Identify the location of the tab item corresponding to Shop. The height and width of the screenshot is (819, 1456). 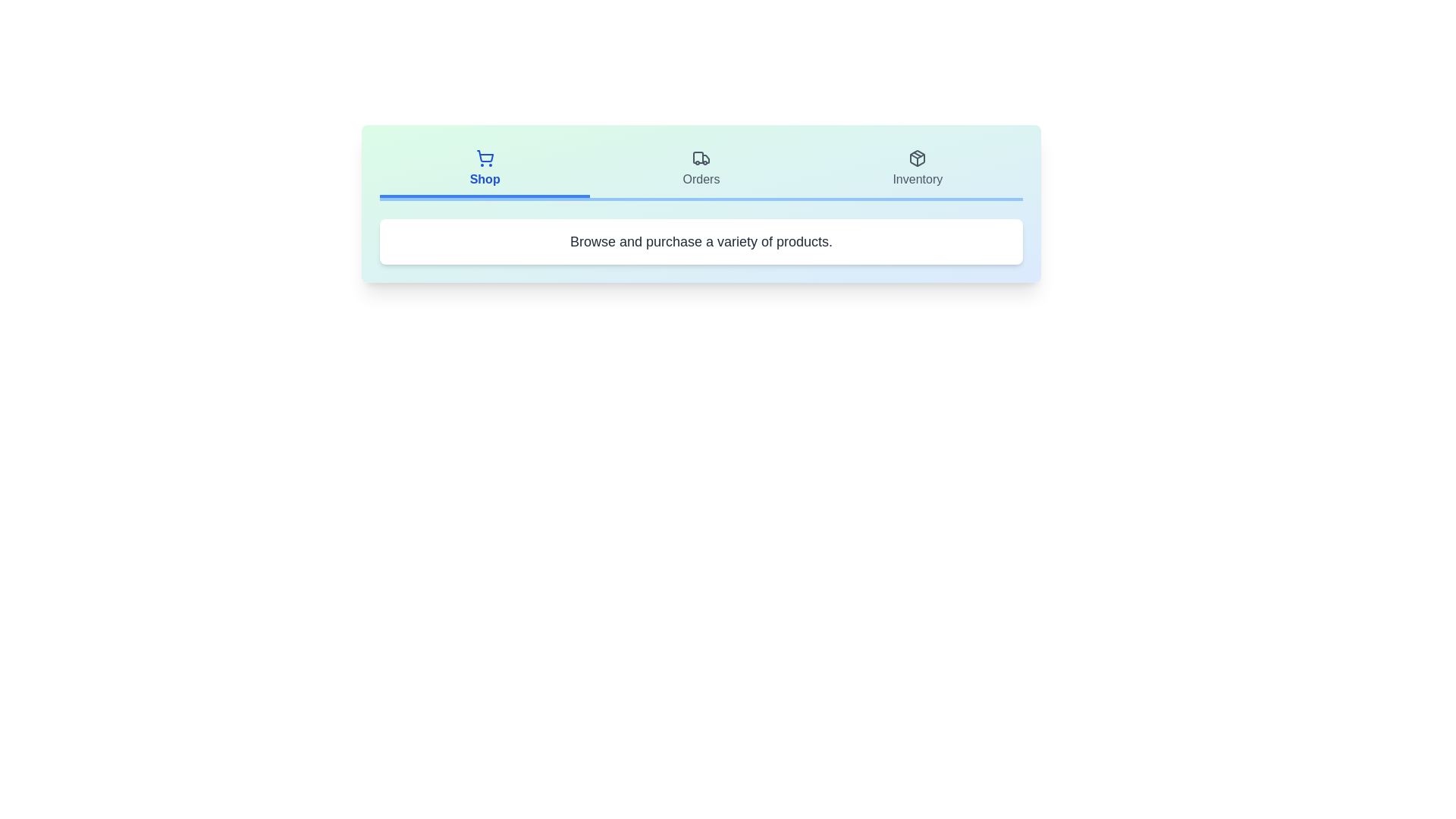
(484, 170).